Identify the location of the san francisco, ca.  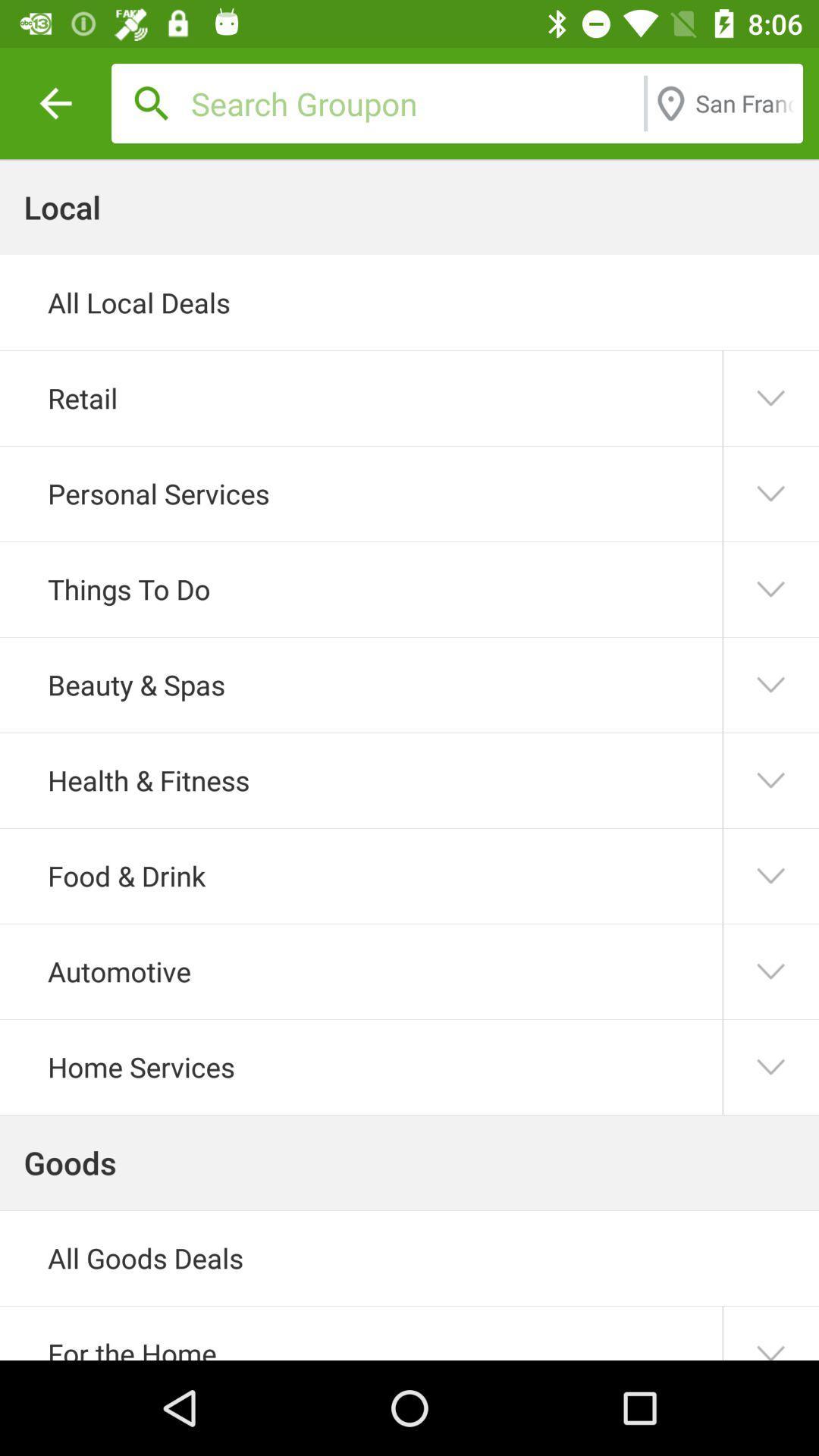
(744, 102).